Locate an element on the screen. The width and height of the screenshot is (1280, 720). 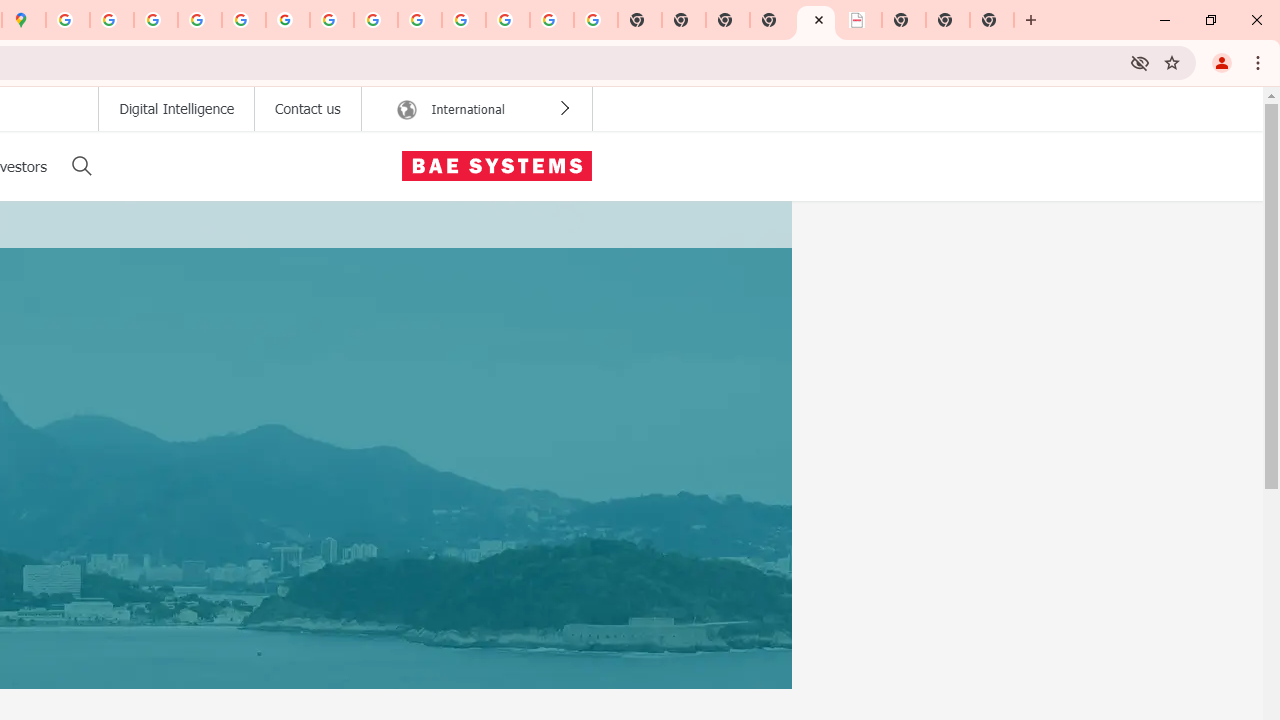
'BAE Systems Brasil | BAE Systems' is located at coordinates (860, 20).